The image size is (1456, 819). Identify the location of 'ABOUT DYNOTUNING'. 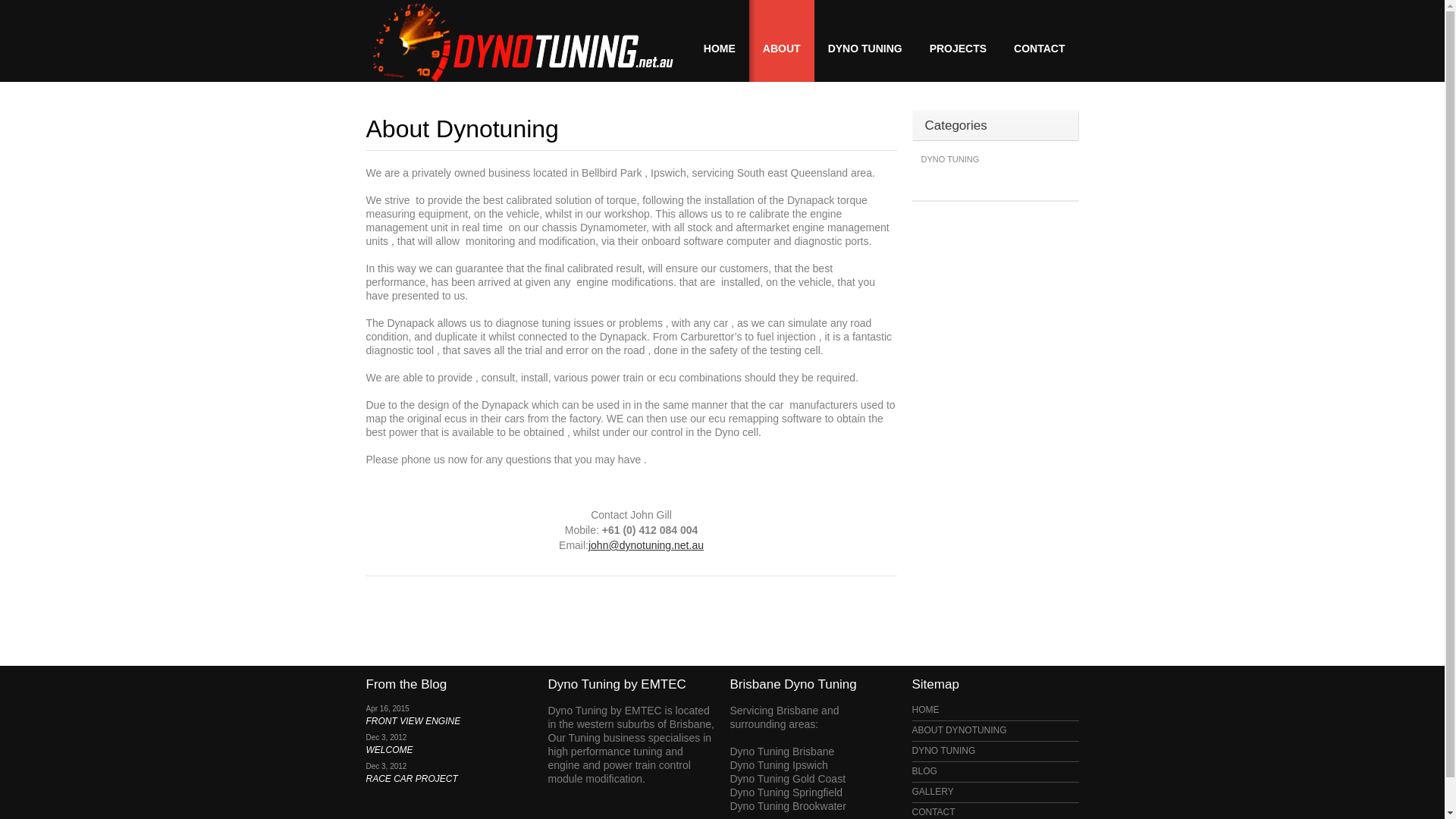
(910, 730).